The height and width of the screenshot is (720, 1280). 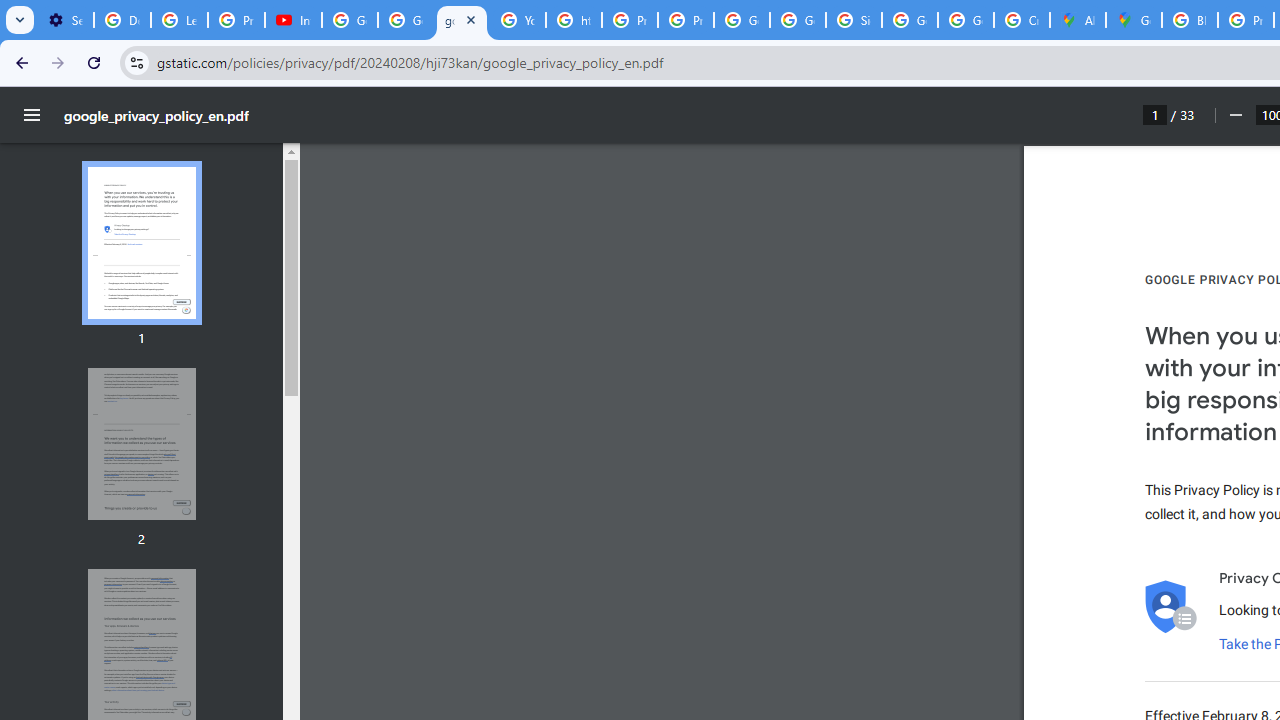 What do you see at coordinates (179, 20) in the screenshot?
I see `'Learn how to find your photos - Google Photos Help'` at bounding box center [179, 20].